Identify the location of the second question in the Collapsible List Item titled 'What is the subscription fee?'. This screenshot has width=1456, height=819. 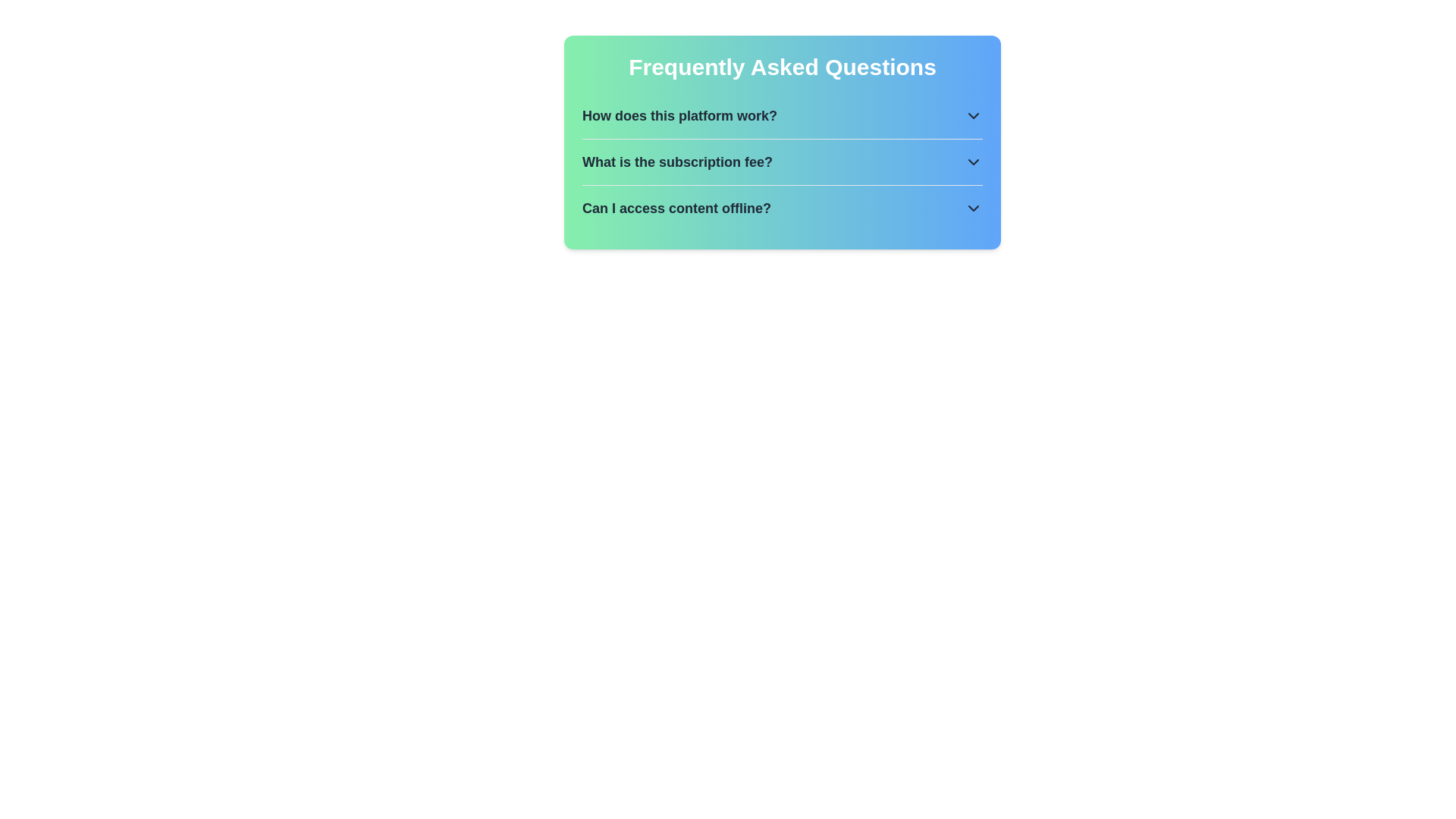
(783, 162).